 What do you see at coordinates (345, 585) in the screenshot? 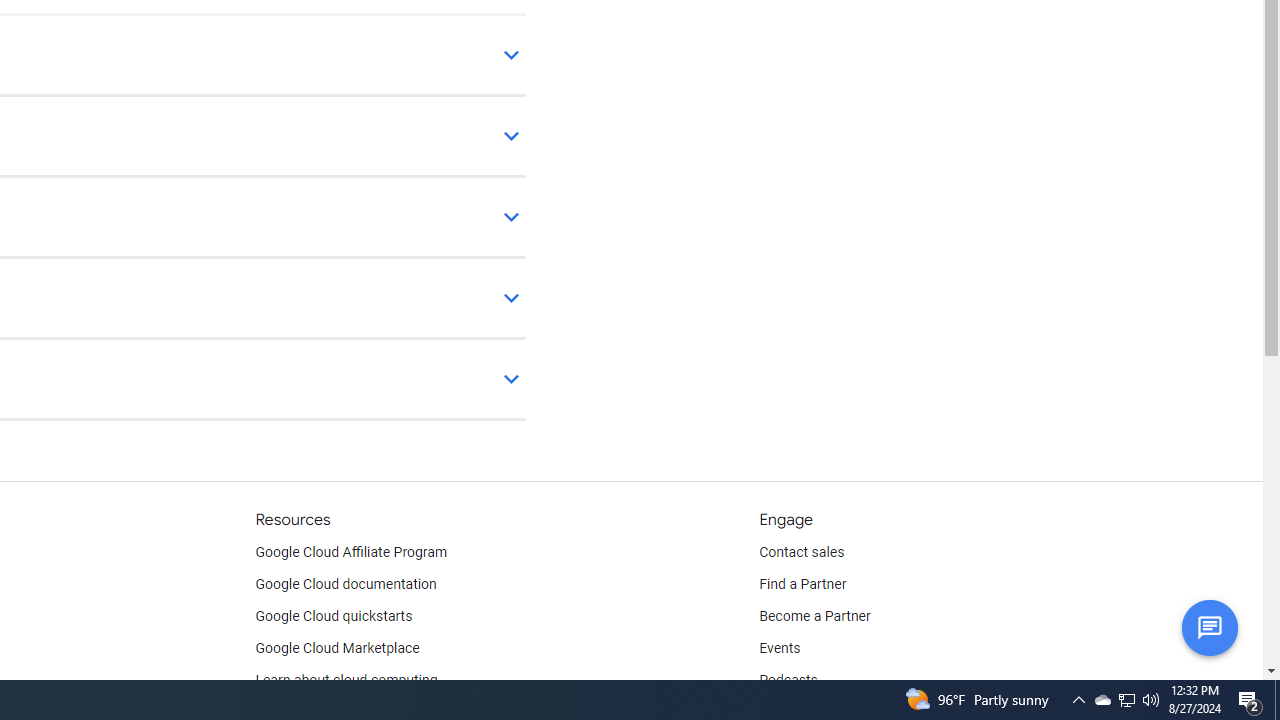
I see `'Google Cloud documentation'` at bounding box center [345, 585].